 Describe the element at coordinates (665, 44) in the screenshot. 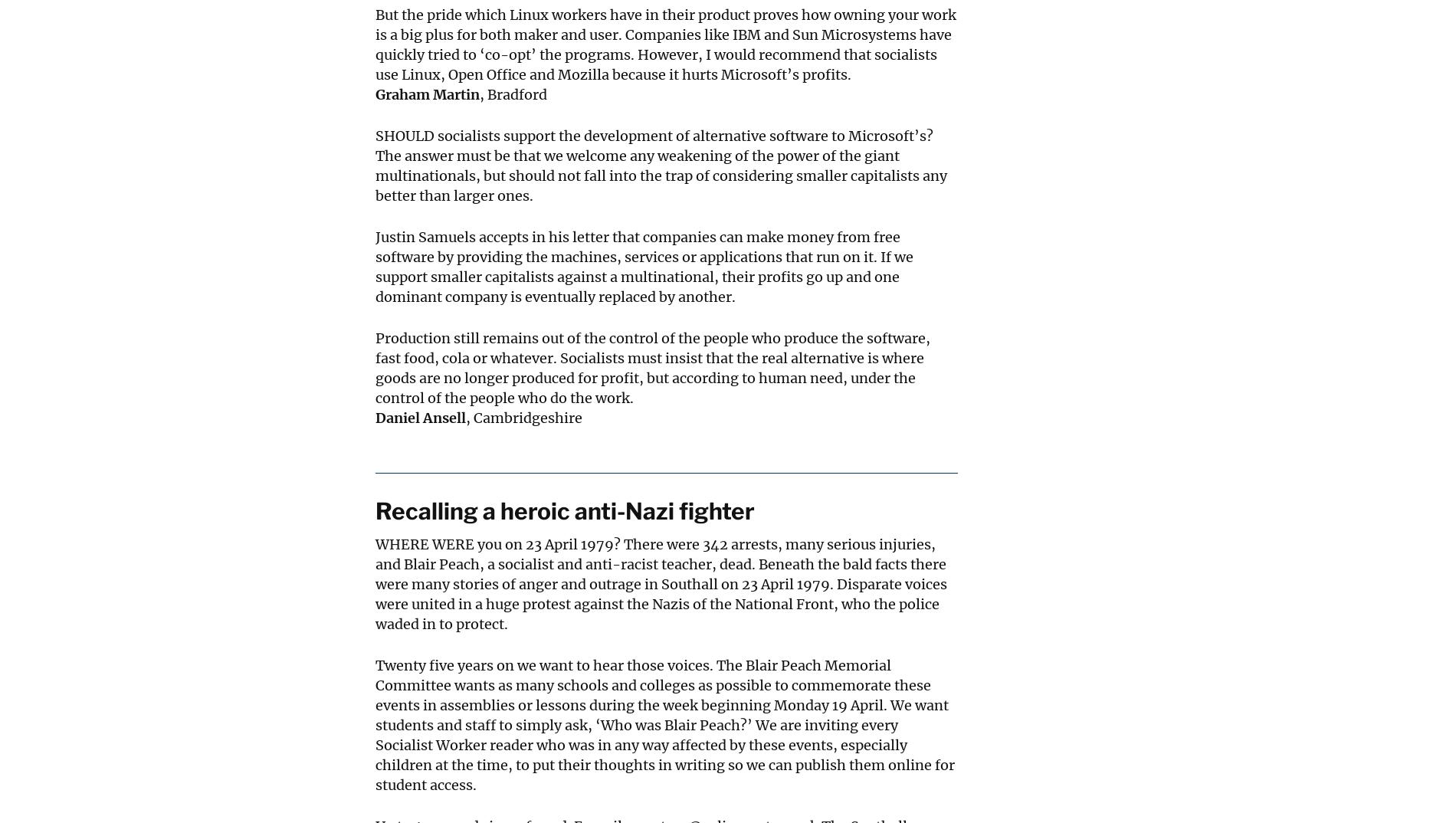

I see `'But the pride which Linux workers have in their product proves how owning your work is a big plus for both maker and user. Companies like IBM and Sun Microsystems have quickly tried to ‘co-opt’ the programs. However, I would recommend that socialists use Linux, Open Office and Mozilla because it hurts Microsoft’s profits.'` at that location.